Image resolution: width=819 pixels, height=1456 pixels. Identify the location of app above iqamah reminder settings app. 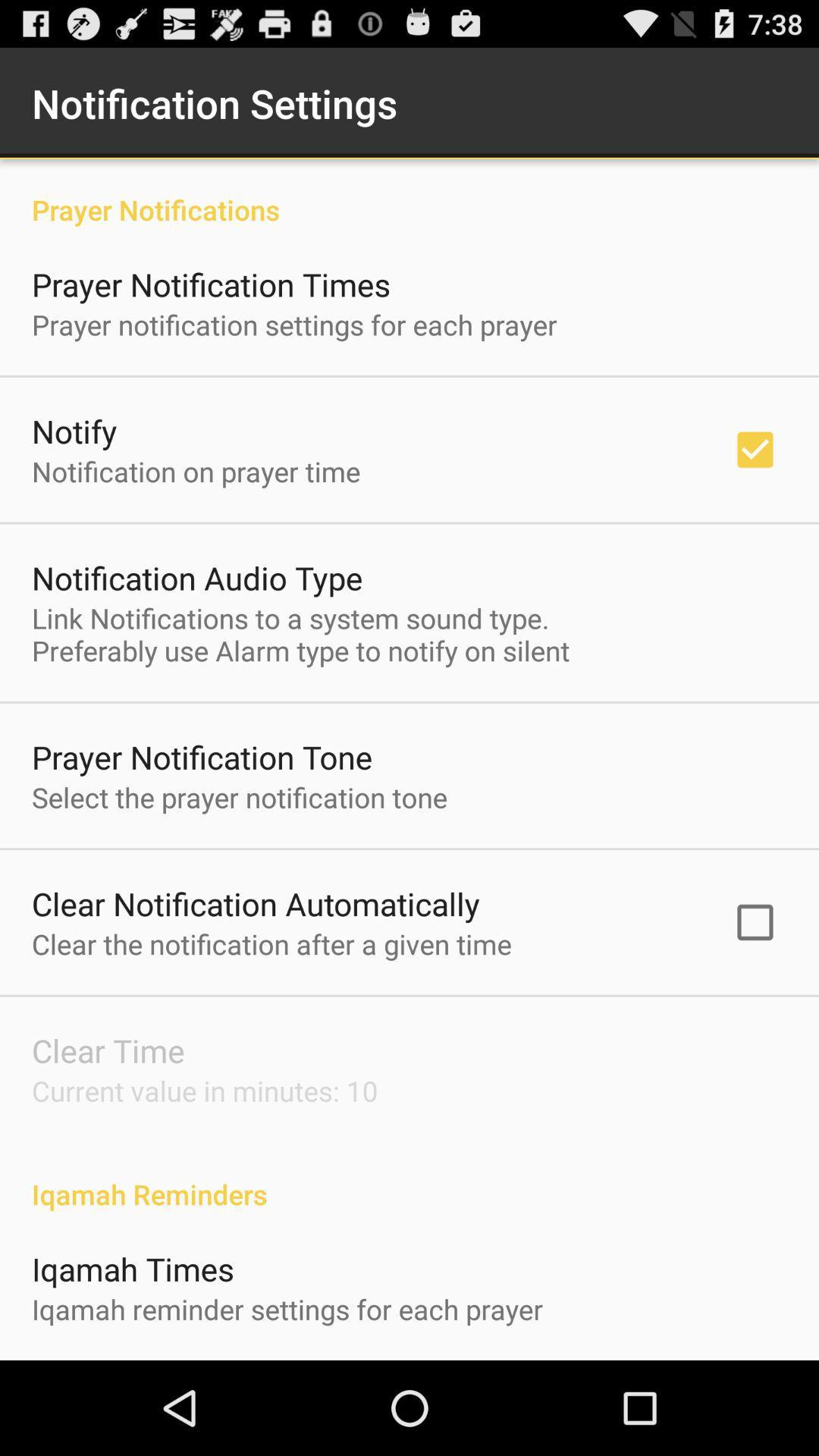
(132, 1269).